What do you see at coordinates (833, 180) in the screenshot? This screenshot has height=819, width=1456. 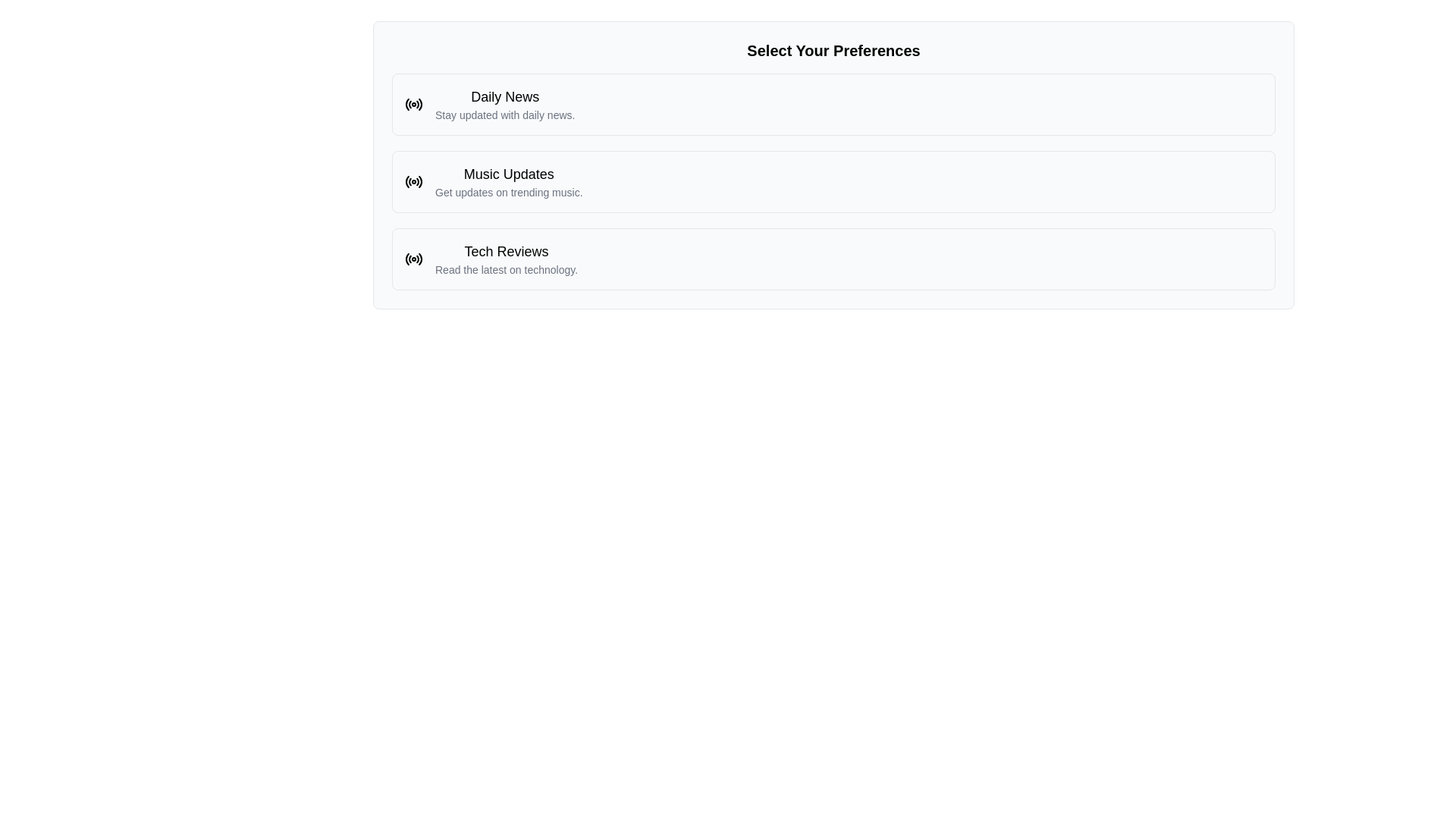 I see `the 'Music Updates' card, which is the second selectable card in a vertical list` at bounding box center [833, 180].